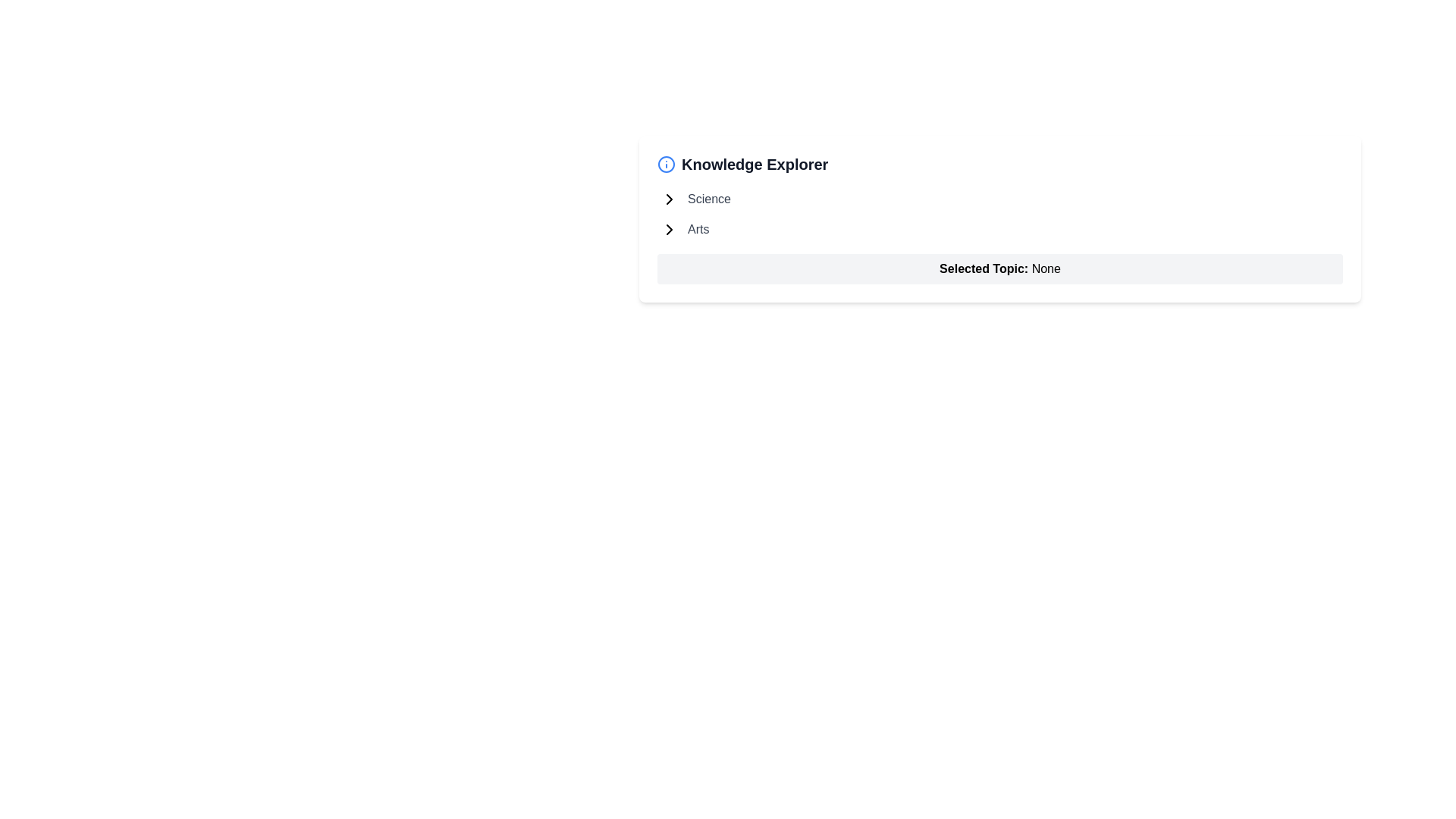 This screenshot has width=1456, height=819. I want to click on the rightward-pointing chevron arrow icon that is located to the right of the 'Science' text label, so click(669, 198).